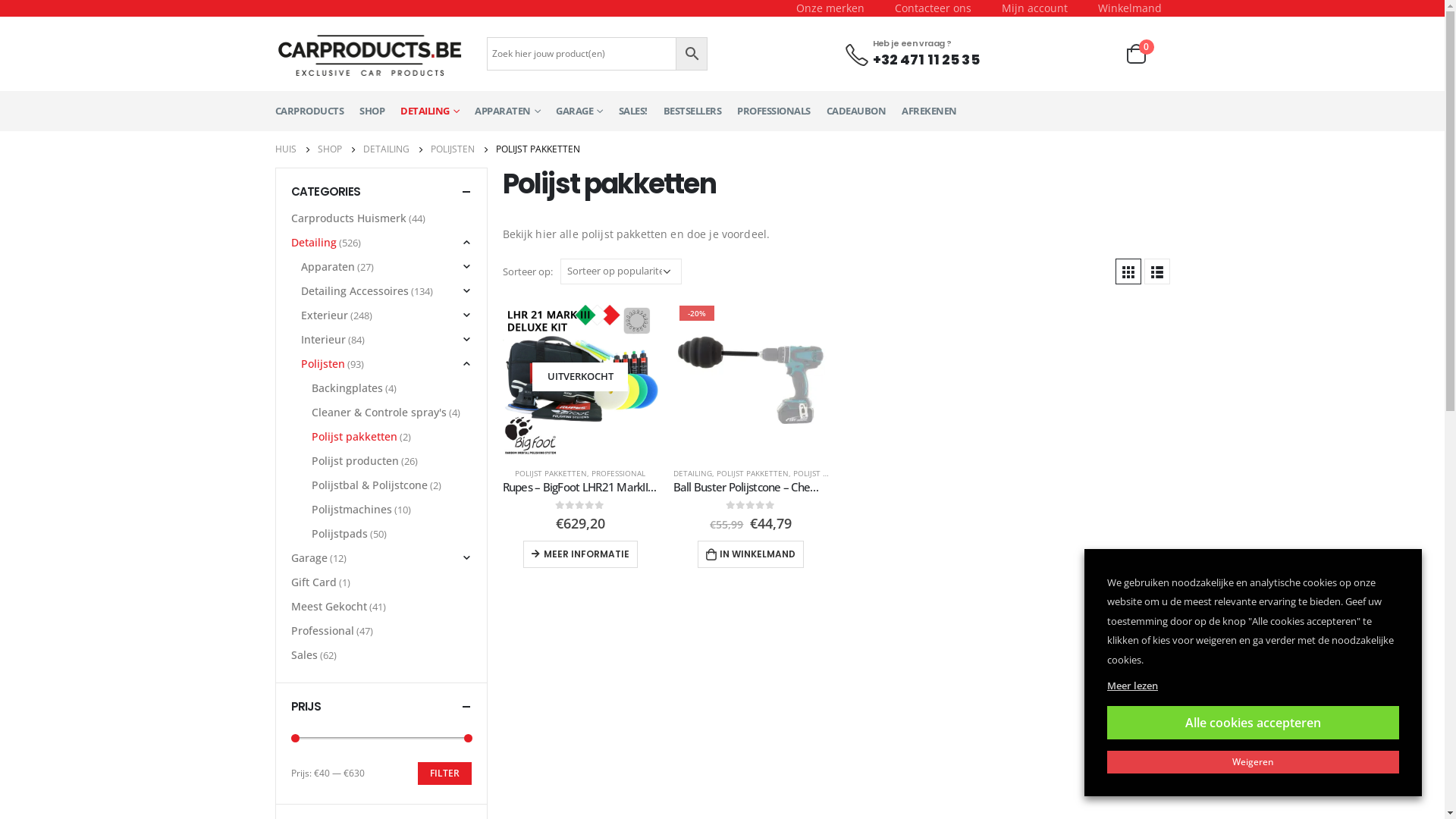 The image size is (1456, 819). I want to click on 'MEER INFORMATIE', so click(579, 554).